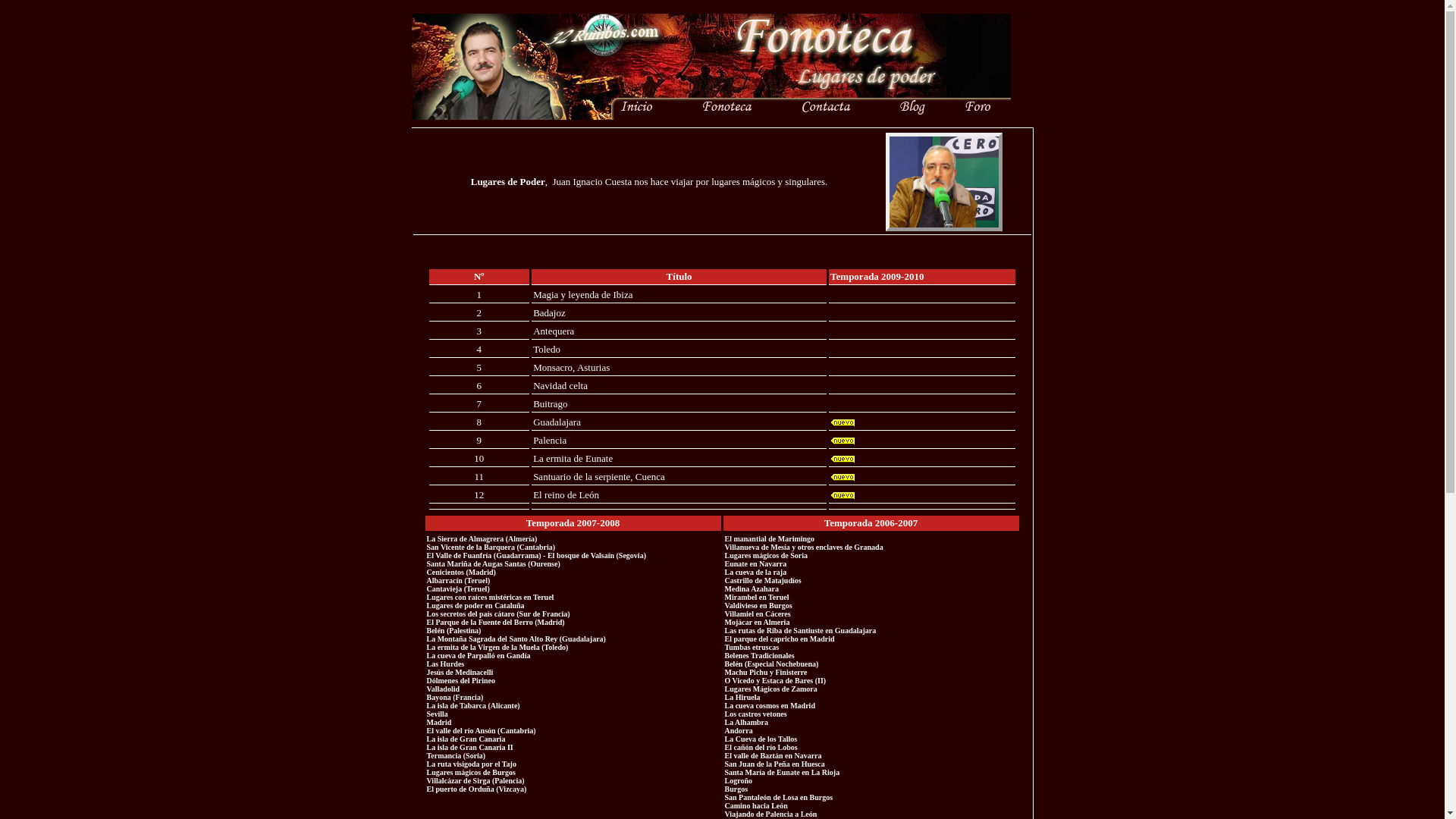 The width and height of the screenshot is (1456, 819). Describe the element at coordinates (498, 622) in the screenshot. I see `'El Parque de la Fuente del Berro (Madrid)   '` at that location.